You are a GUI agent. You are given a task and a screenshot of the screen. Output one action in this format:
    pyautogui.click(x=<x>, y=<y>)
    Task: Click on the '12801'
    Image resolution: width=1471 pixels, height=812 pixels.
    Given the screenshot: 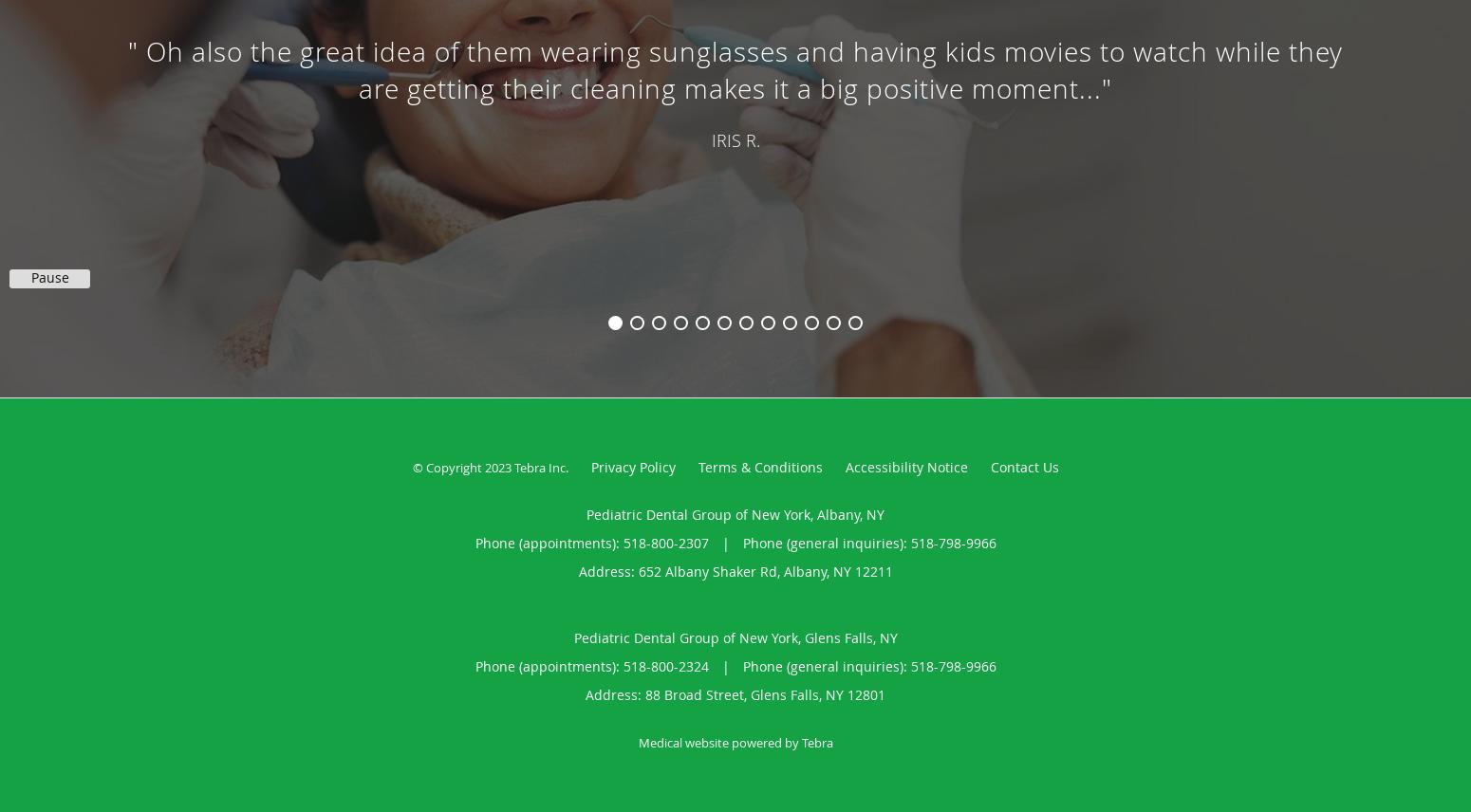 What is the action you would take?
    pyautogui.click(x=847, y=694)
    